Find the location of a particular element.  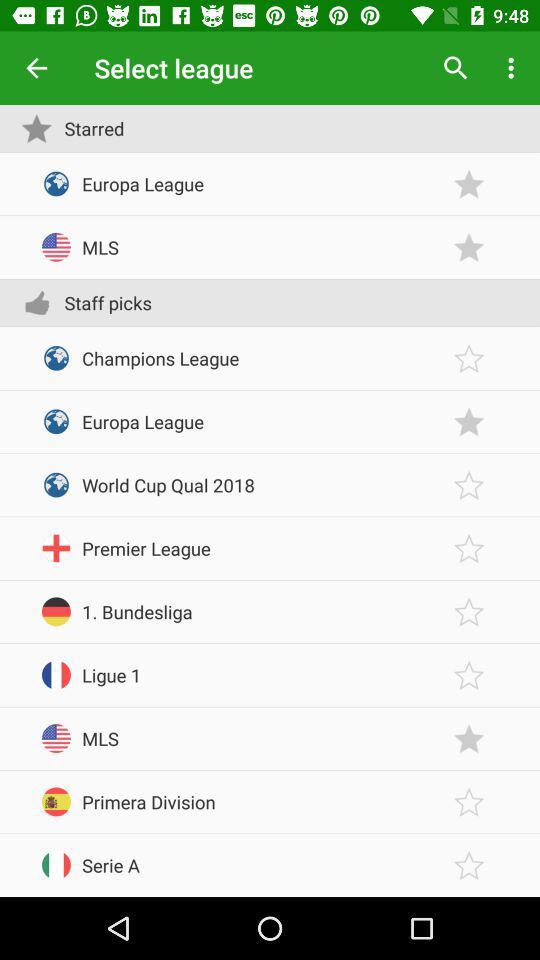

the league is located at coordinates (469, 548).